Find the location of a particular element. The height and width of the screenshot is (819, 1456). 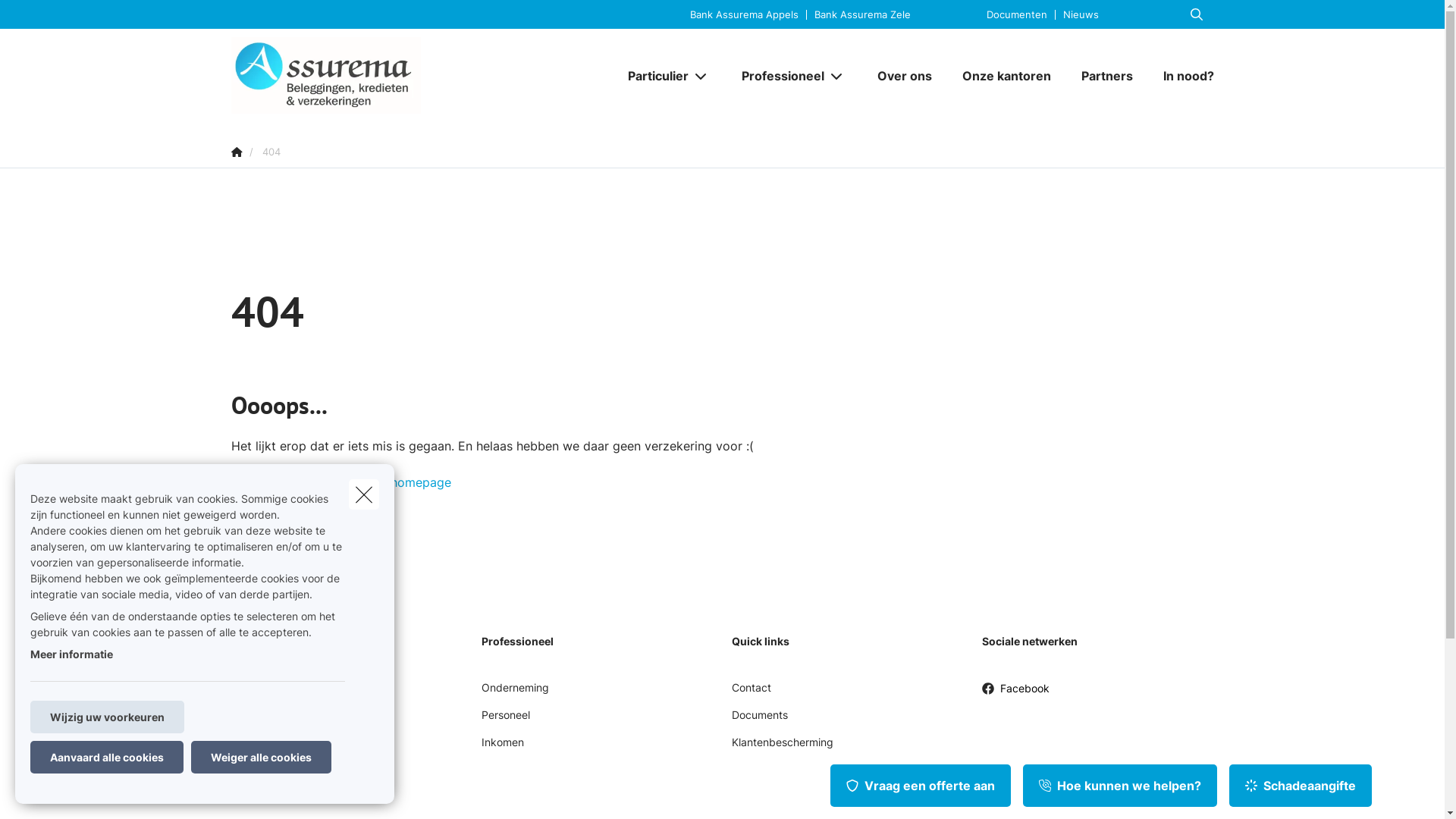

'Bank Assurema Appels' is located at coordinates (744, 14).